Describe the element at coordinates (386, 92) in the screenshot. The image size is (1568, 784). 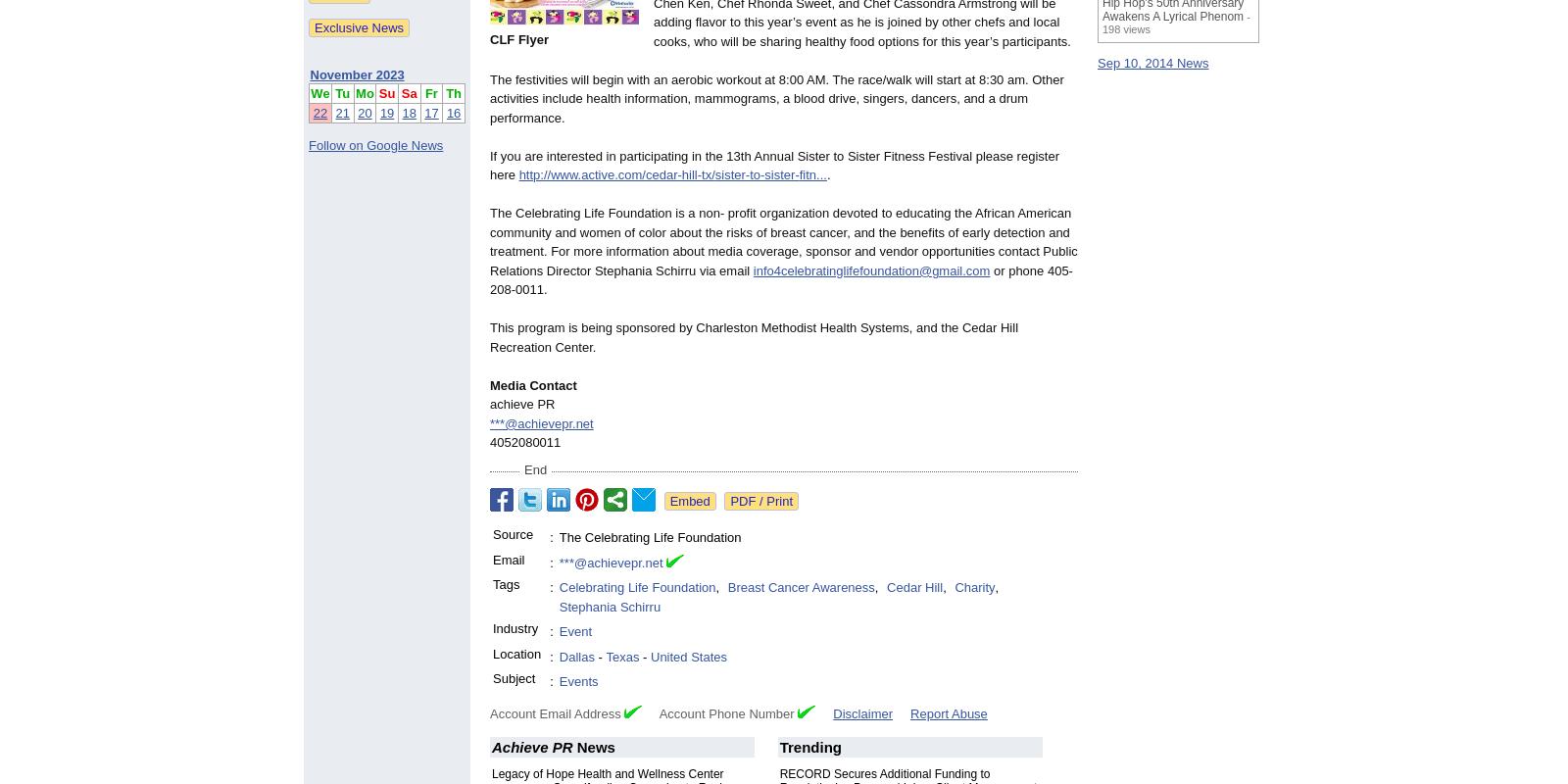
I see `'Su'` at that location.